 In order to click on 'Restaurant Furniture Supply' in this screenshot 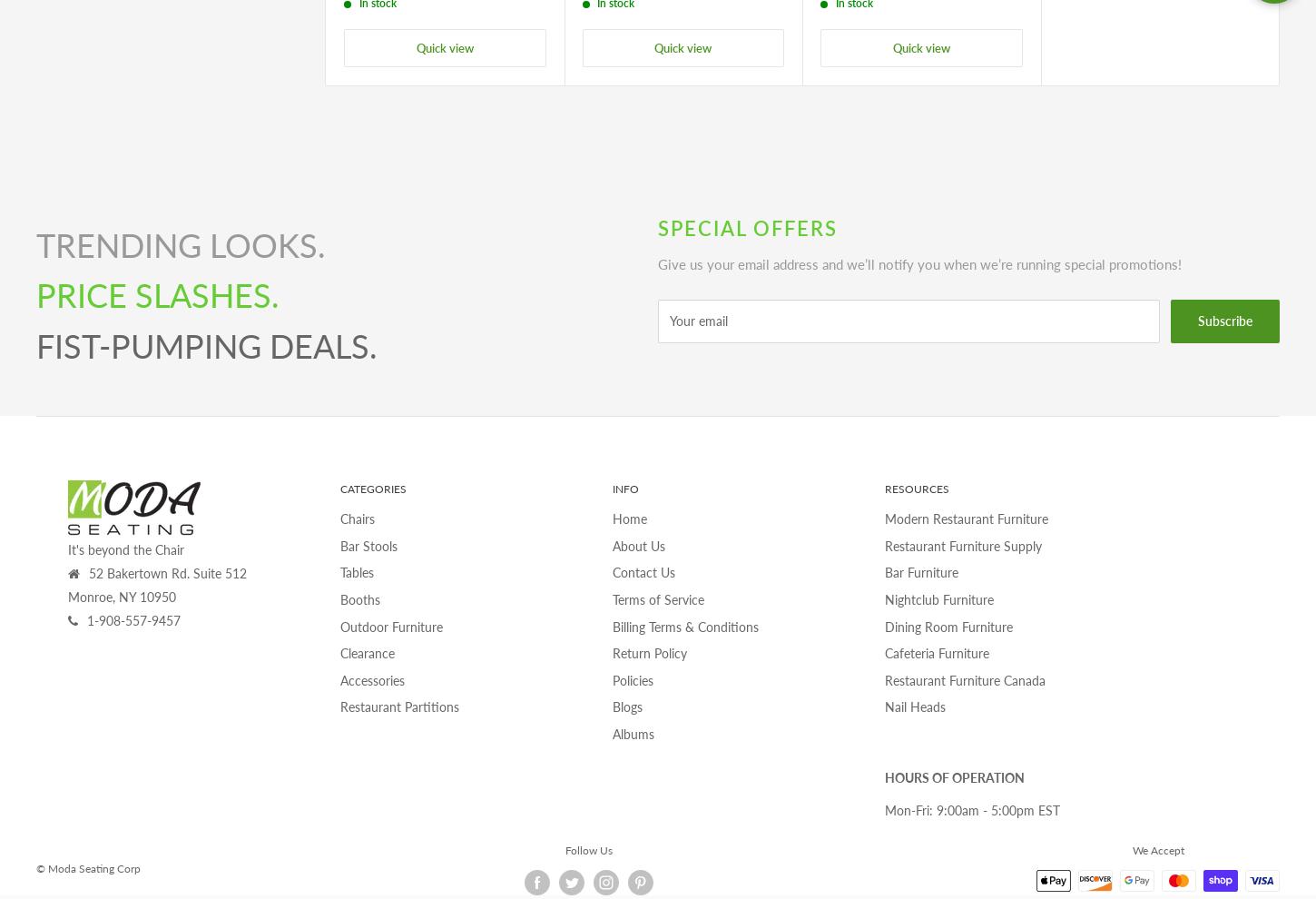, I will do `click(963, 544)`.